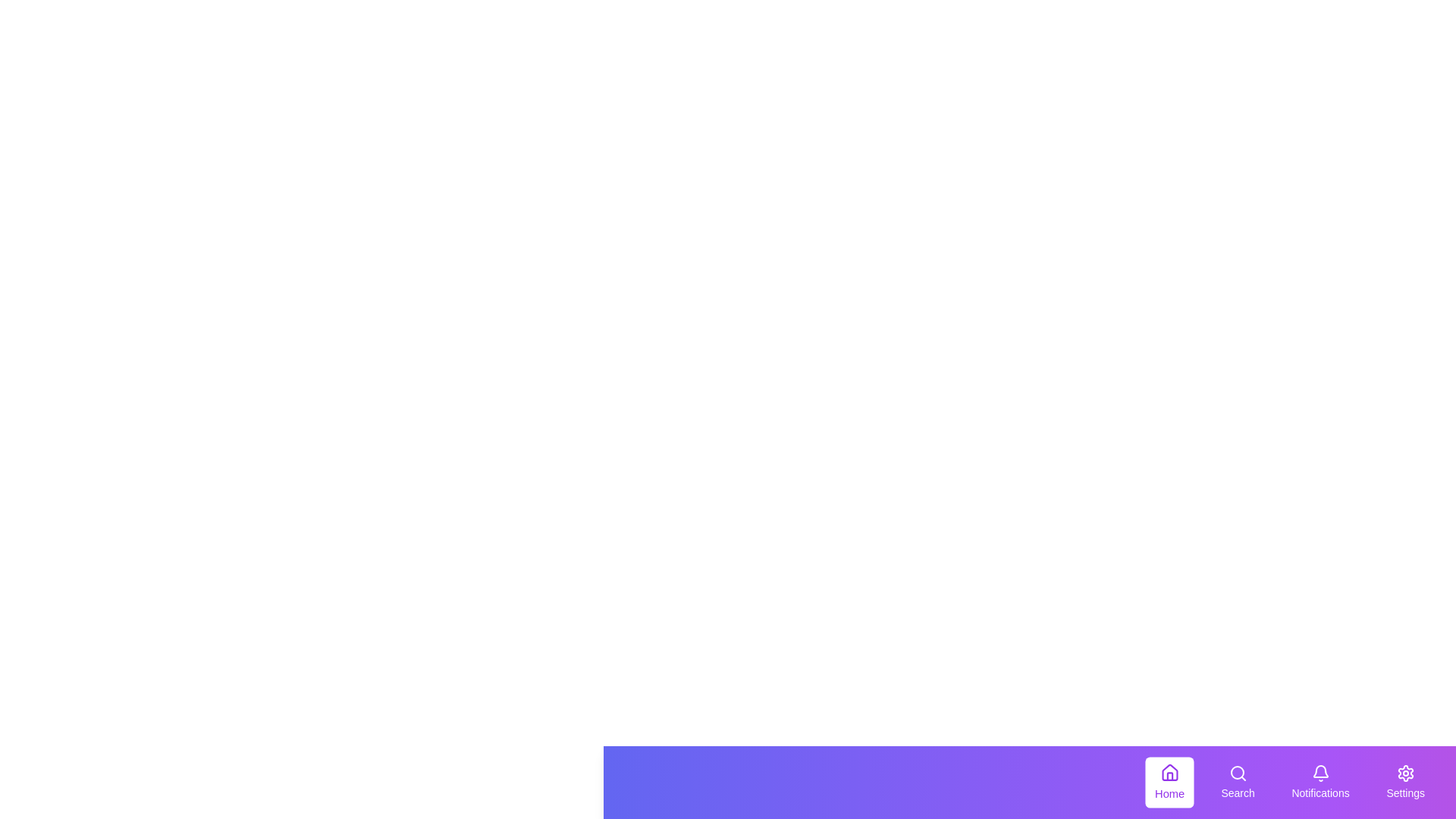  Describe the element at coordinates (1319, 783) in the screenshot. I see `the Notifications tab to observe hover effects` at that location.